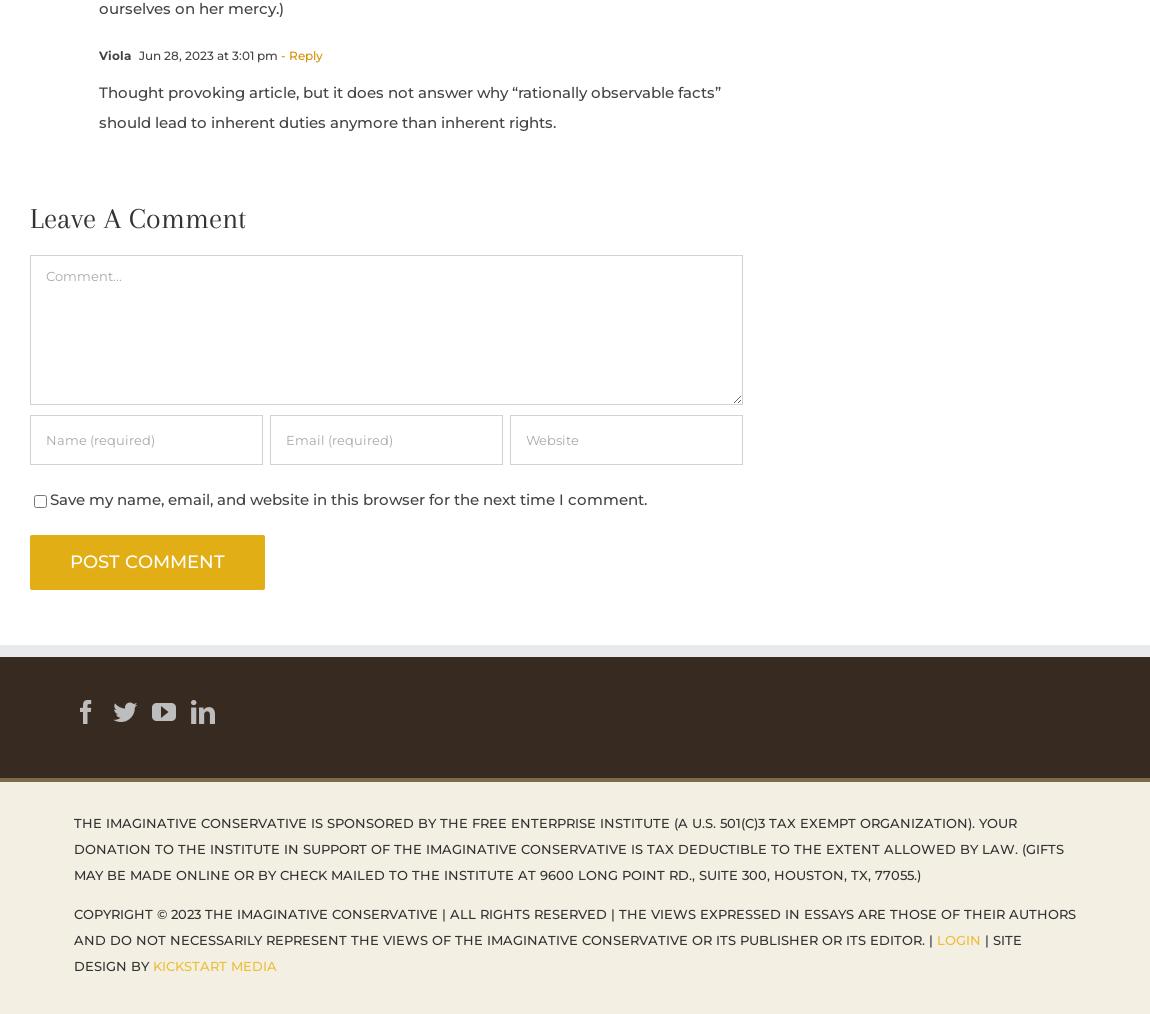 The image size is (1150, 1014). What do you see at coordinates (206, 53) in the screenshot?
I see `'Jun 28, 2023 at 3:01 pm'` at bounding box center [206, 53].